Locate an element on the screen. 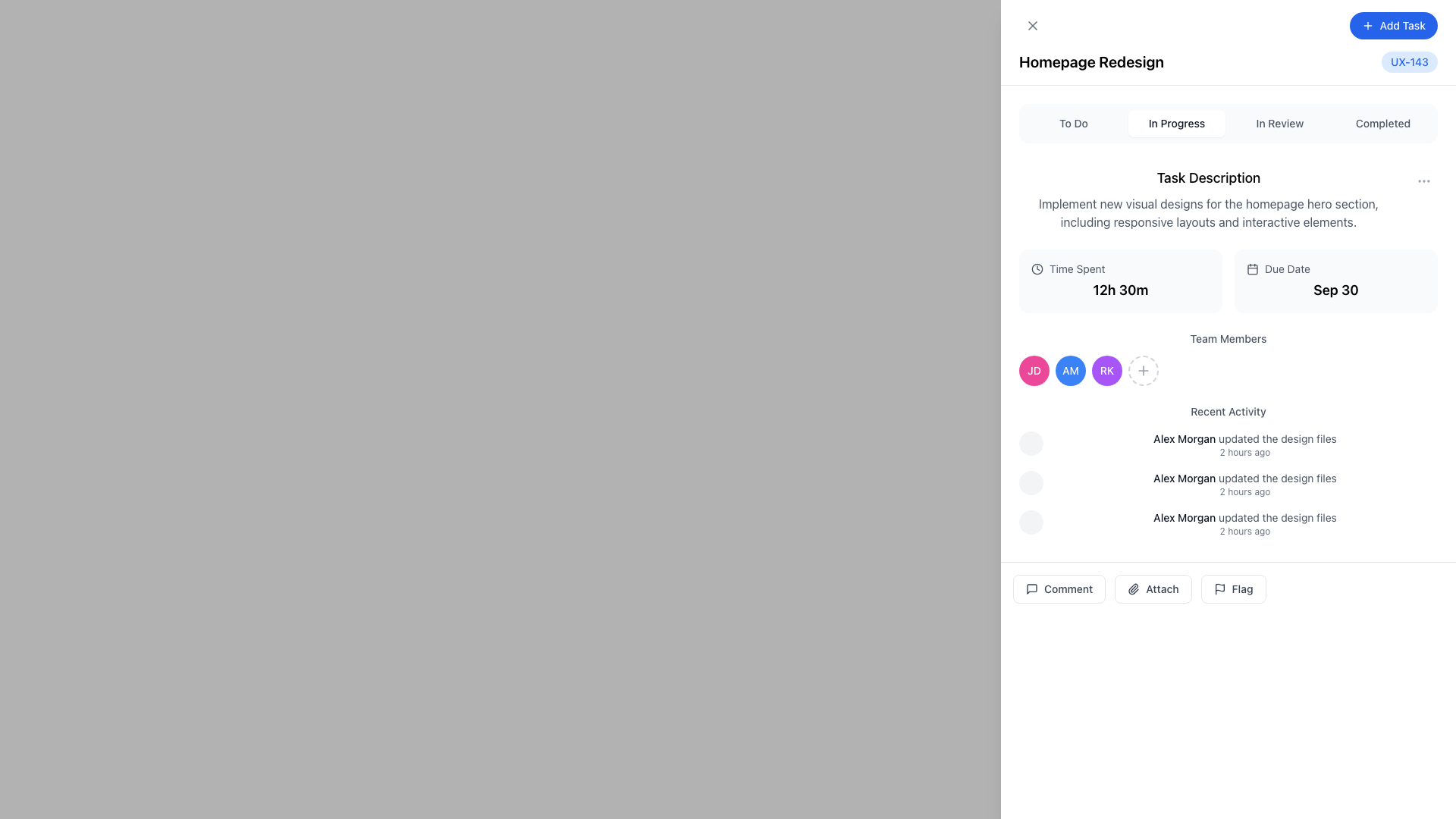  the close icon located at the top-left corner of the interface, near the title 'Homepage Redesign' is located at coordinates (1032, 26).